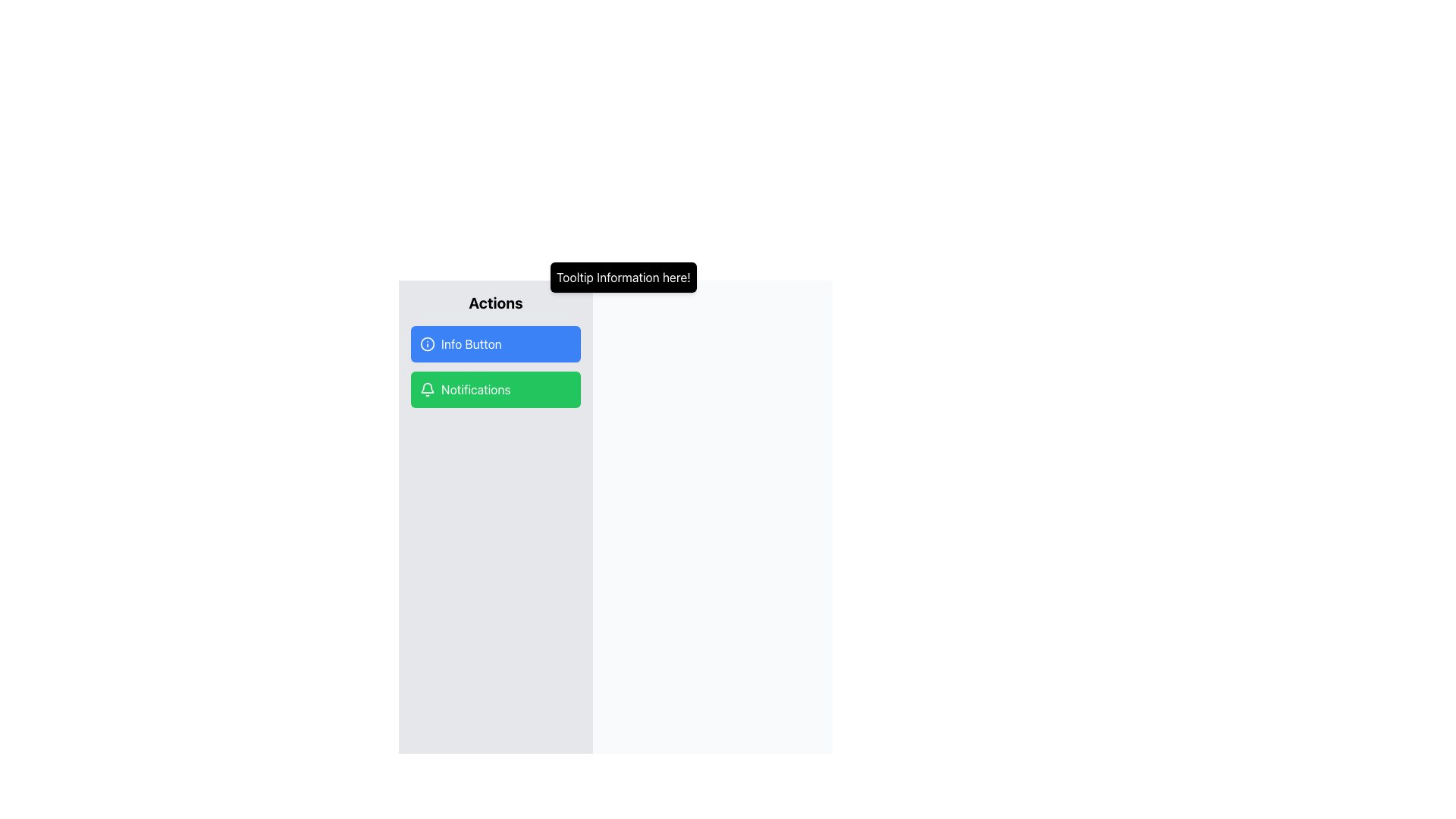 This screenshot has height=819, width=1456. I want to click on the information icon located on the 'Info Button', which is the first button in a vertical list of similar buttons, so click(427, 344).